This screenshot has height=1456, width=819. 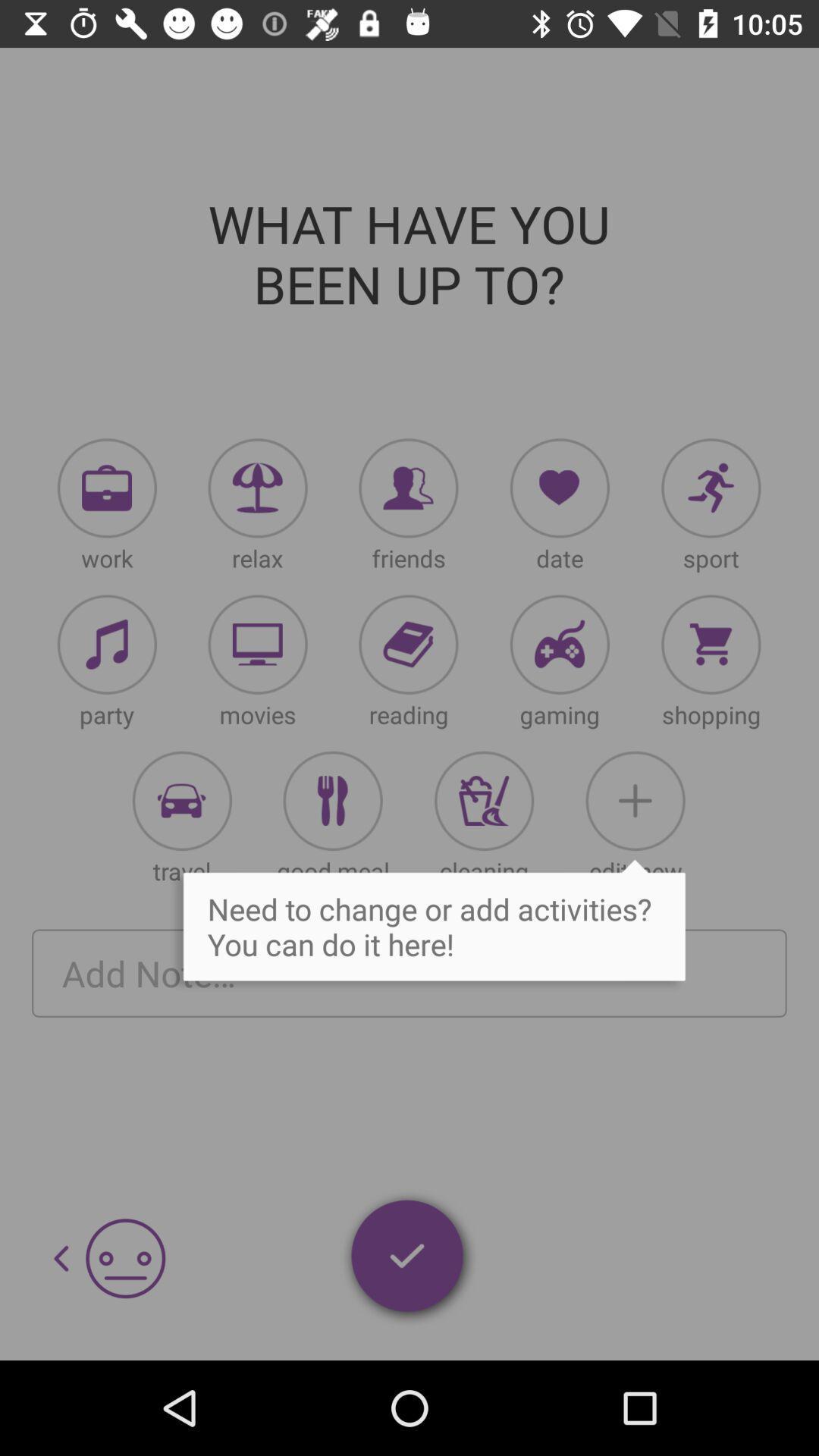 I want to click on confirm, so click(x=408, y=1259).